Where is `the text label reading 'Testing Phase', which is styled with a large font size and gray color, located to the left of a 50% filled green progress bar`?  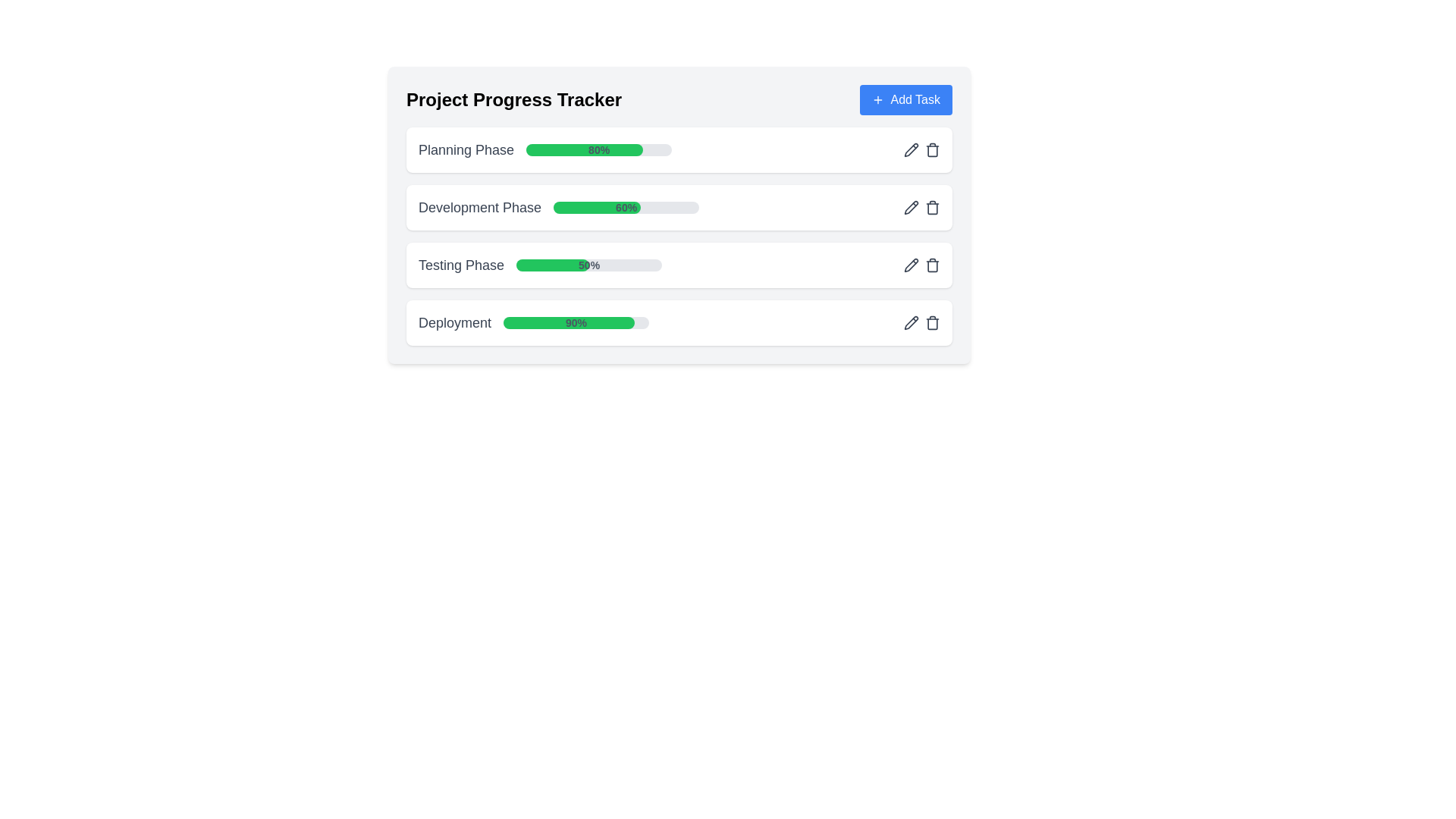 the text label reading 'Testing Phase', which is styled with a large font size and gray color, located to the left of a 50% filled green progress bar is located at coordinates (460, 265).